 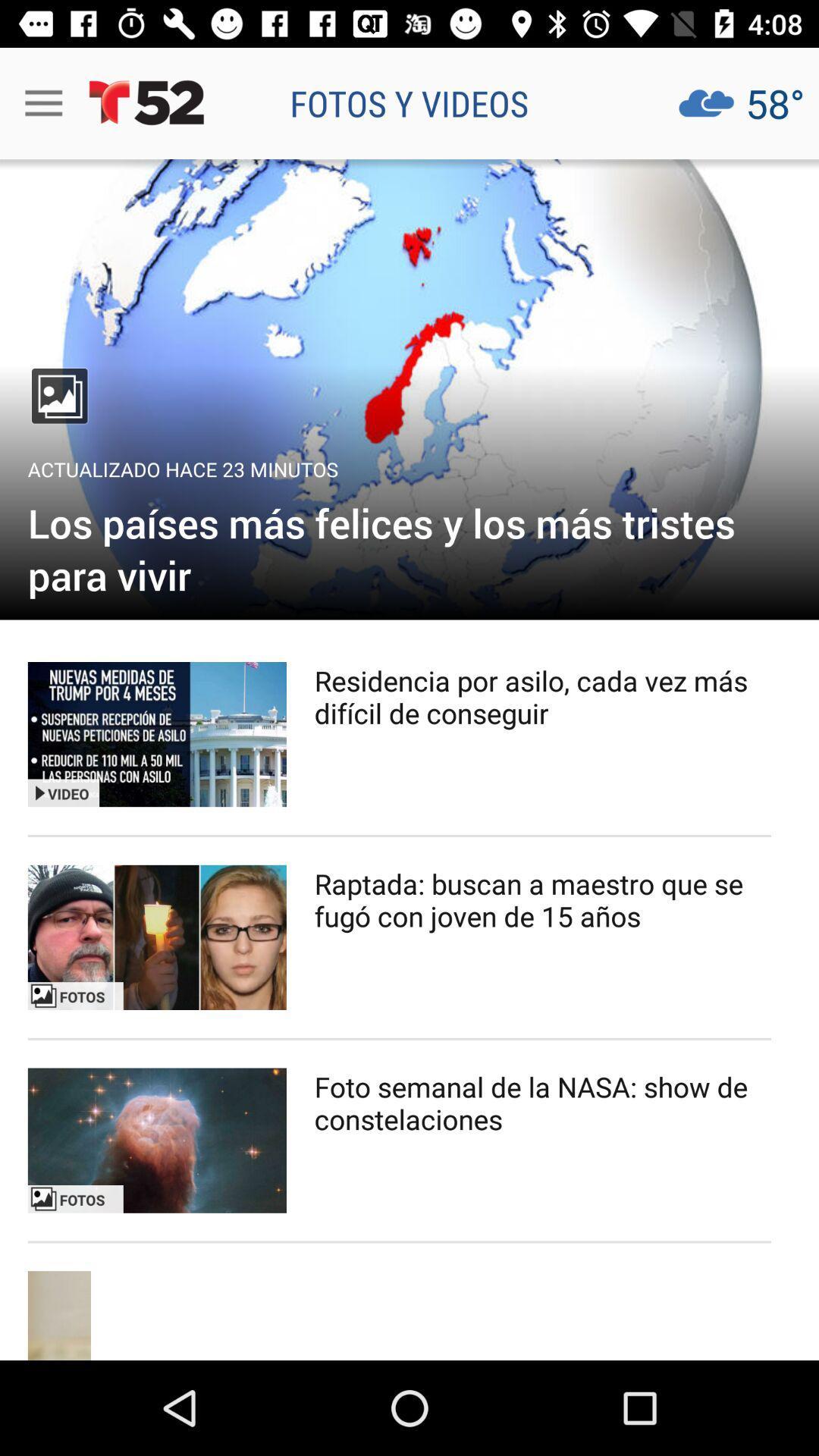 I want to click on watch video, so click(x=157, y=734).